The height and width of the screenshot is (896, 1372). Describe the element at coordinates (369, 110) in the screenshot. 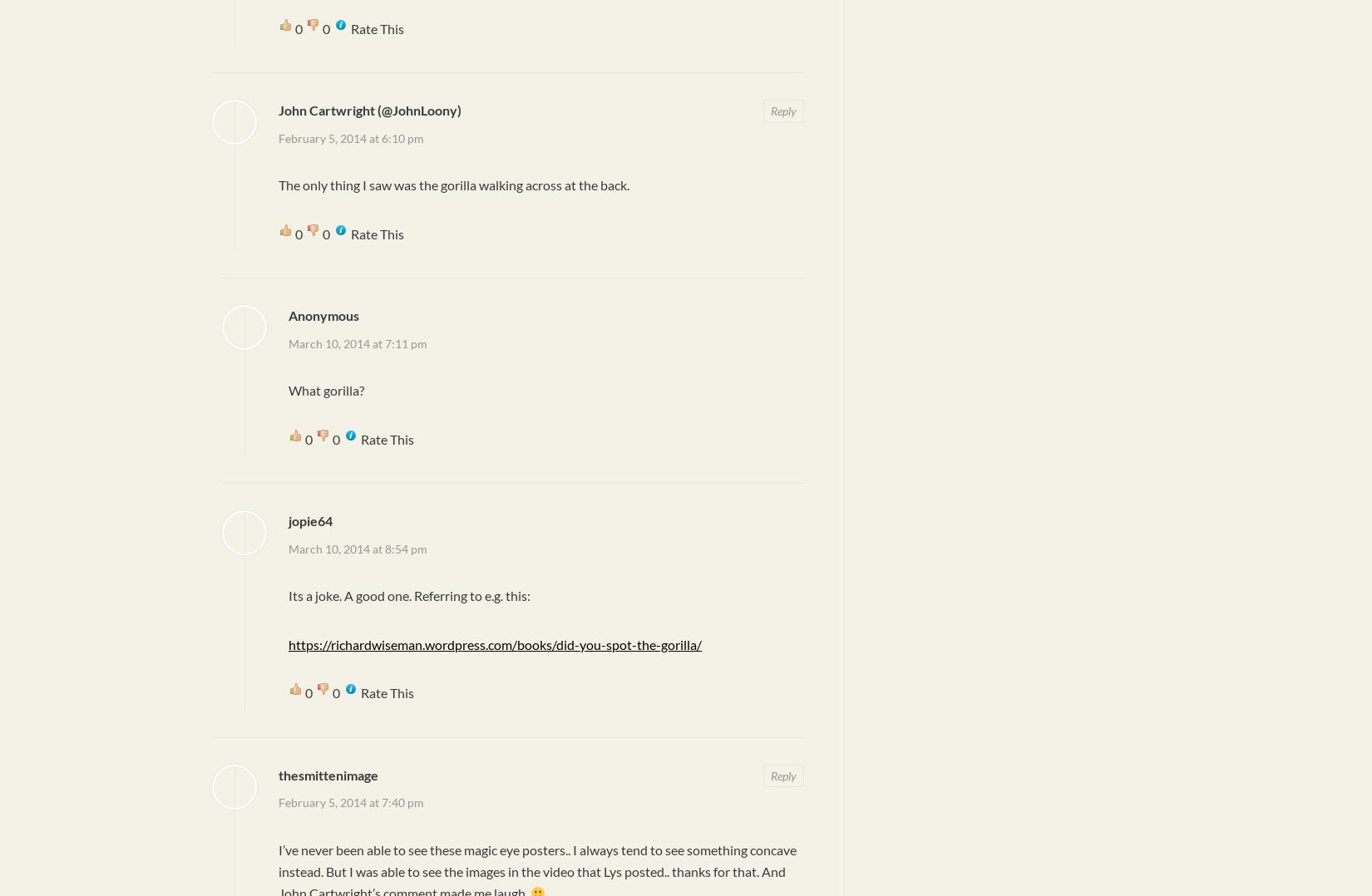

I see `'John Cartwright (@JohnLoony)'` at that location.